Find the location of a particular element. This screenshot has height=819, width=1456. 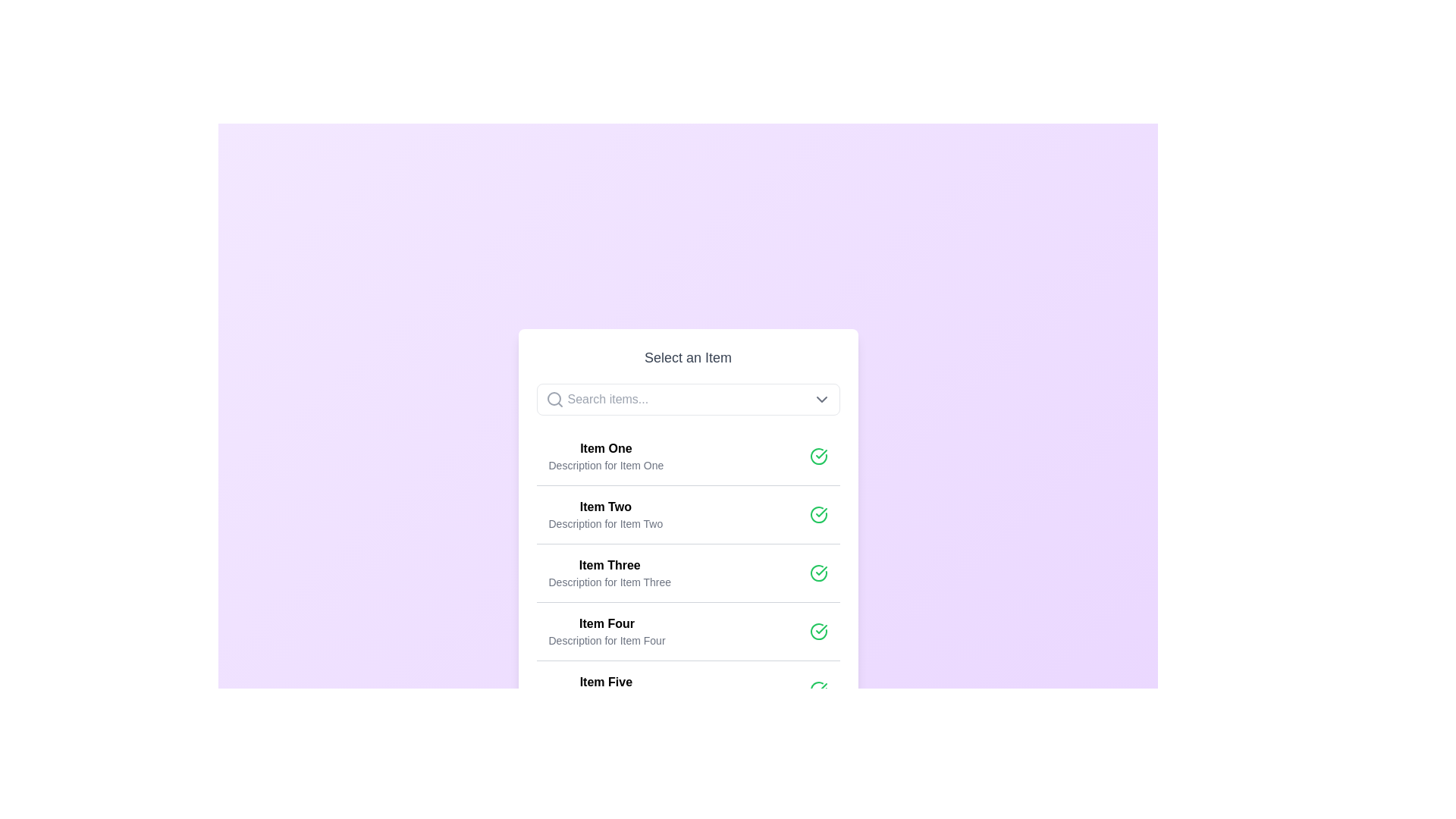

bold text label that reads 'Item One', which serves as the main title for the first item in a vertical list is located at coordinates (605, 447).